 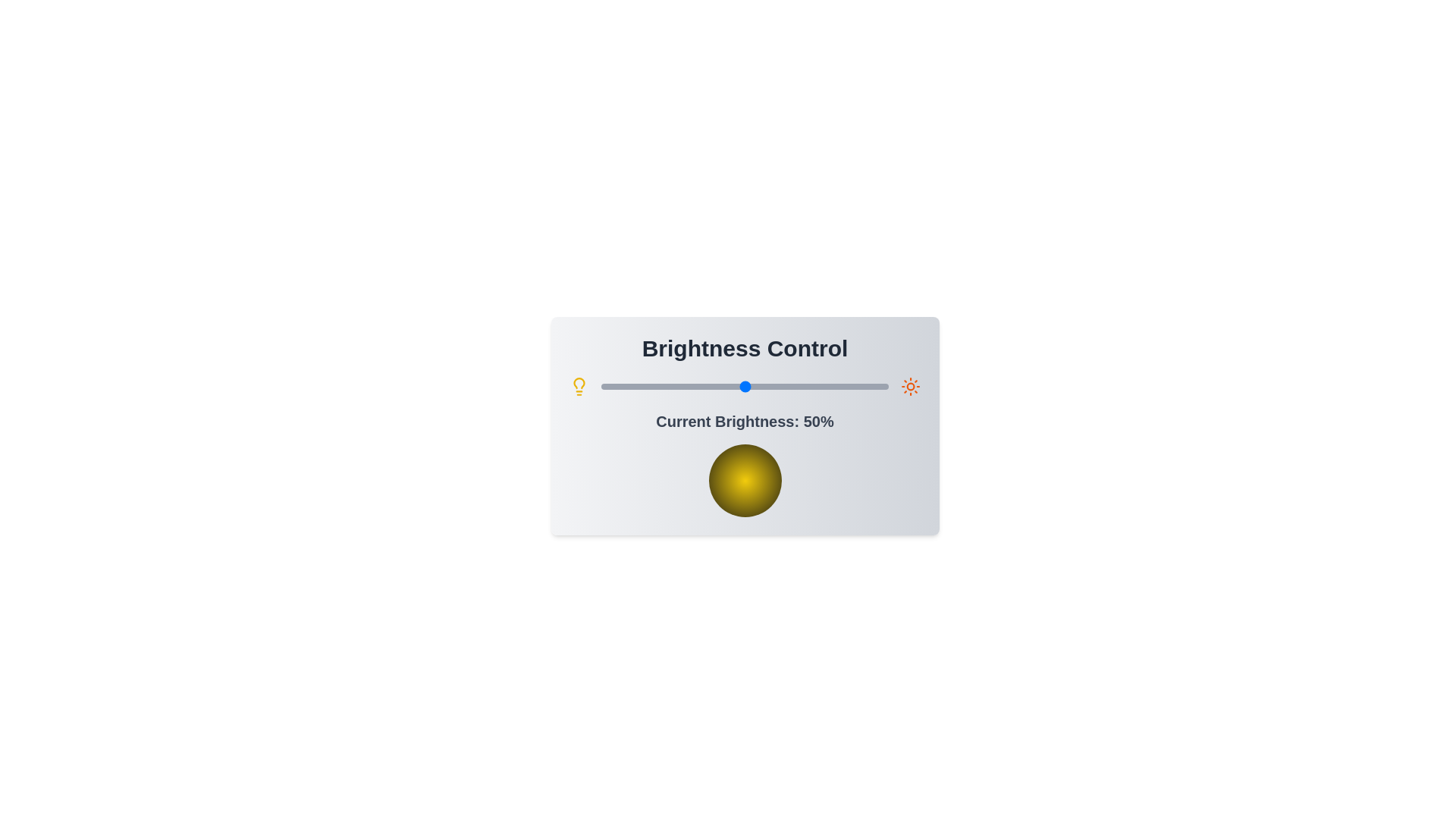 What do you see at coordinates (777, 385) in the screenshot?
I see `the brightness slider to set the brightness to 61%` at bounding box center [777, 385].